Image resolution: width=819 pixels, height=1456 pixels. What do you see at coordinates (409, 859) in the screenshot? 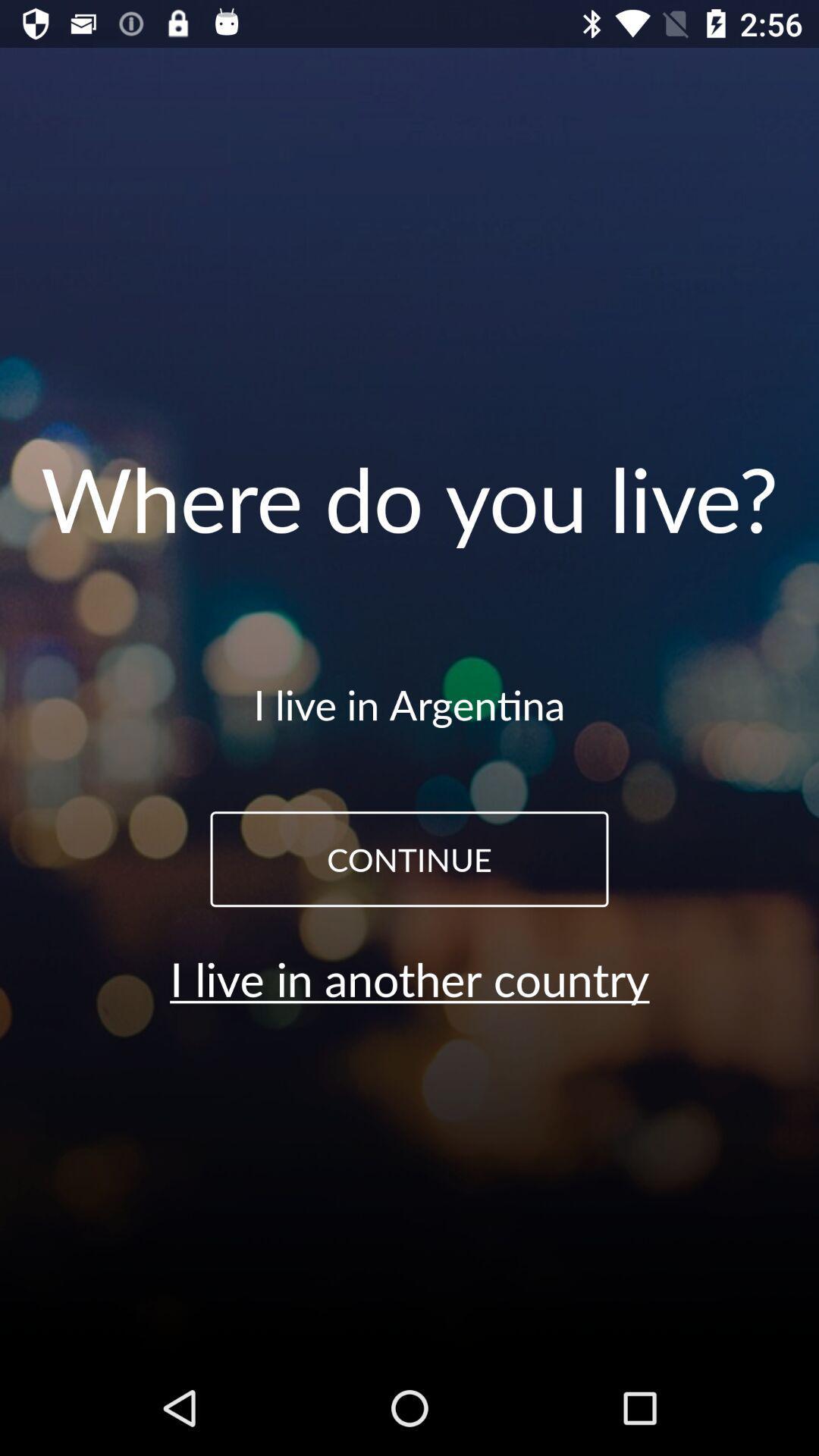
I see `the continue item` at bounding box center [409, 859].